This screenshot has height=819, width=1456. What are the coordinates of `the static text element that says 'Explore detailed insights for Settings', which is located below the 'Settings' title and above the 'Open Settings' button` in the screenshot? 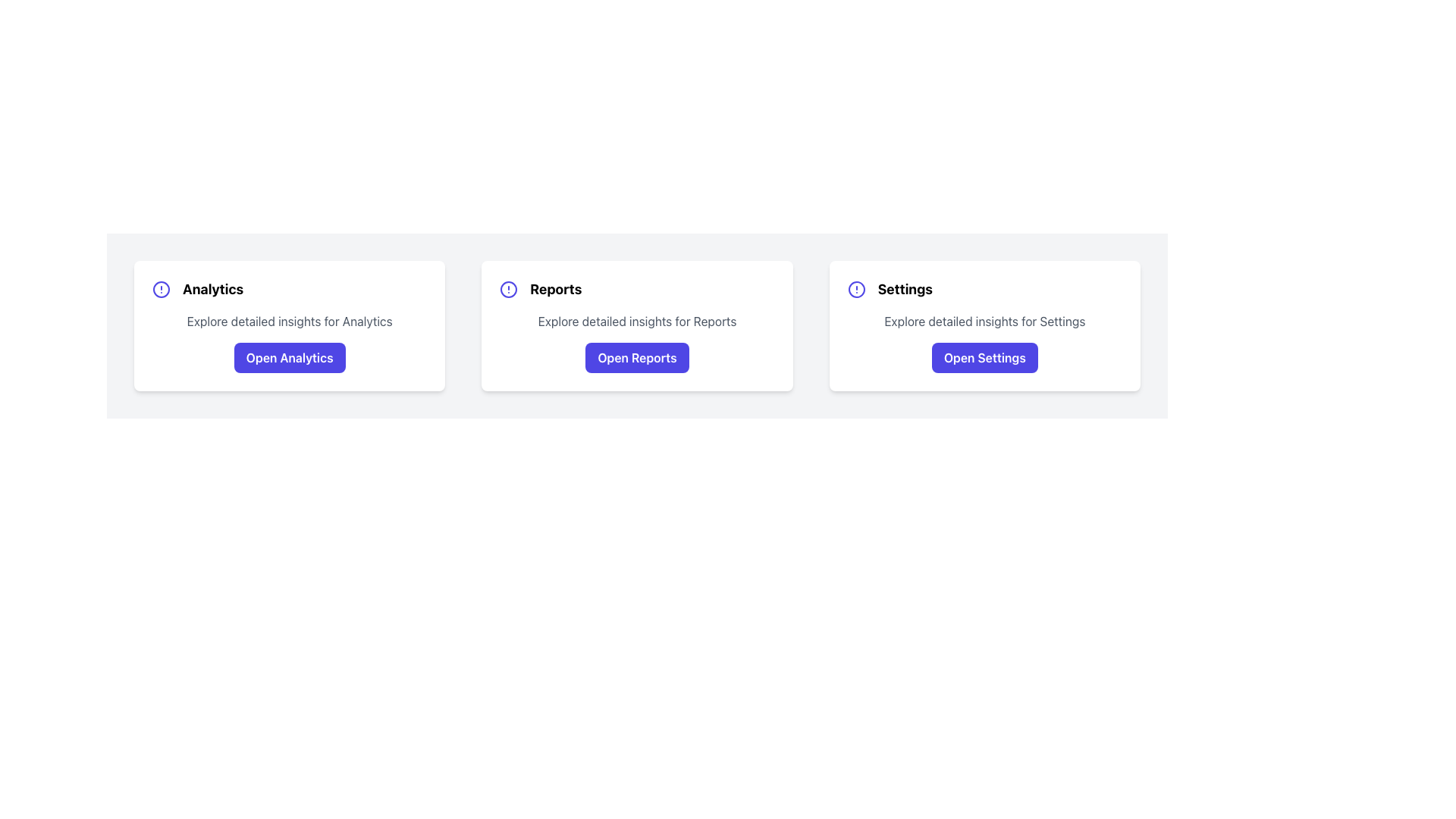 It's located at (984, 321).